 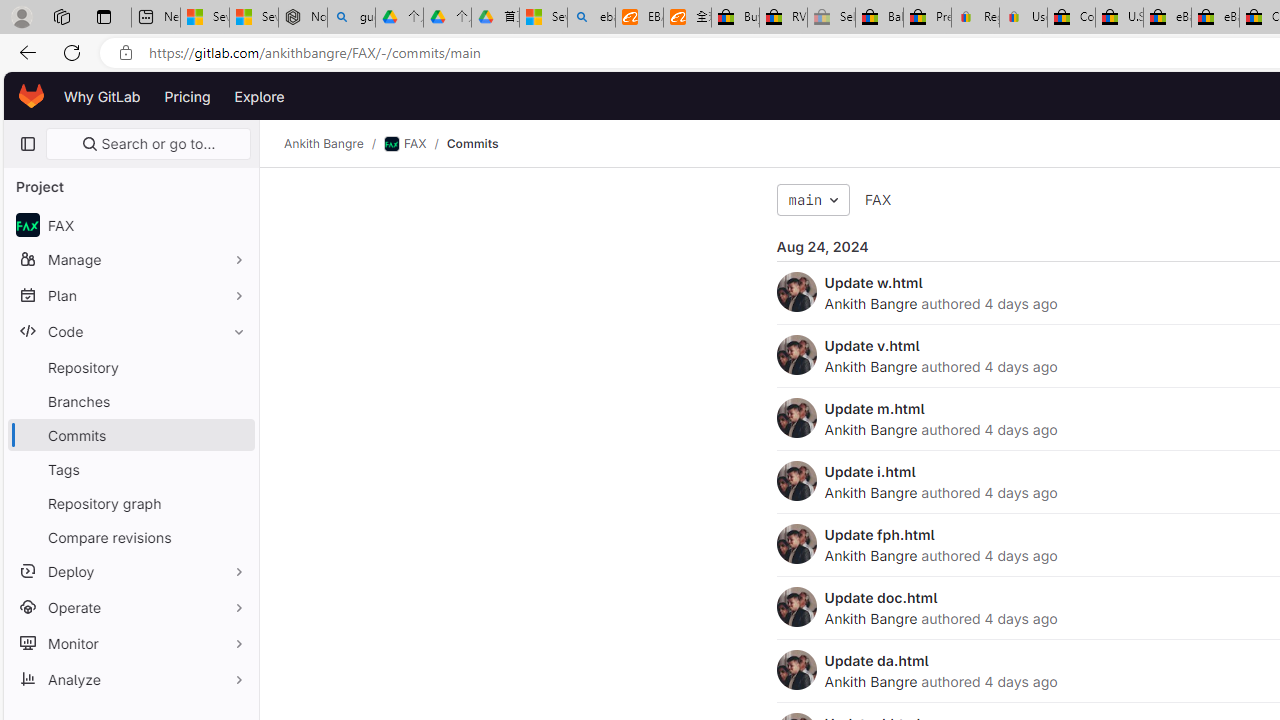 I want to click on 'Compare revisions', so click(x=130, y=536).